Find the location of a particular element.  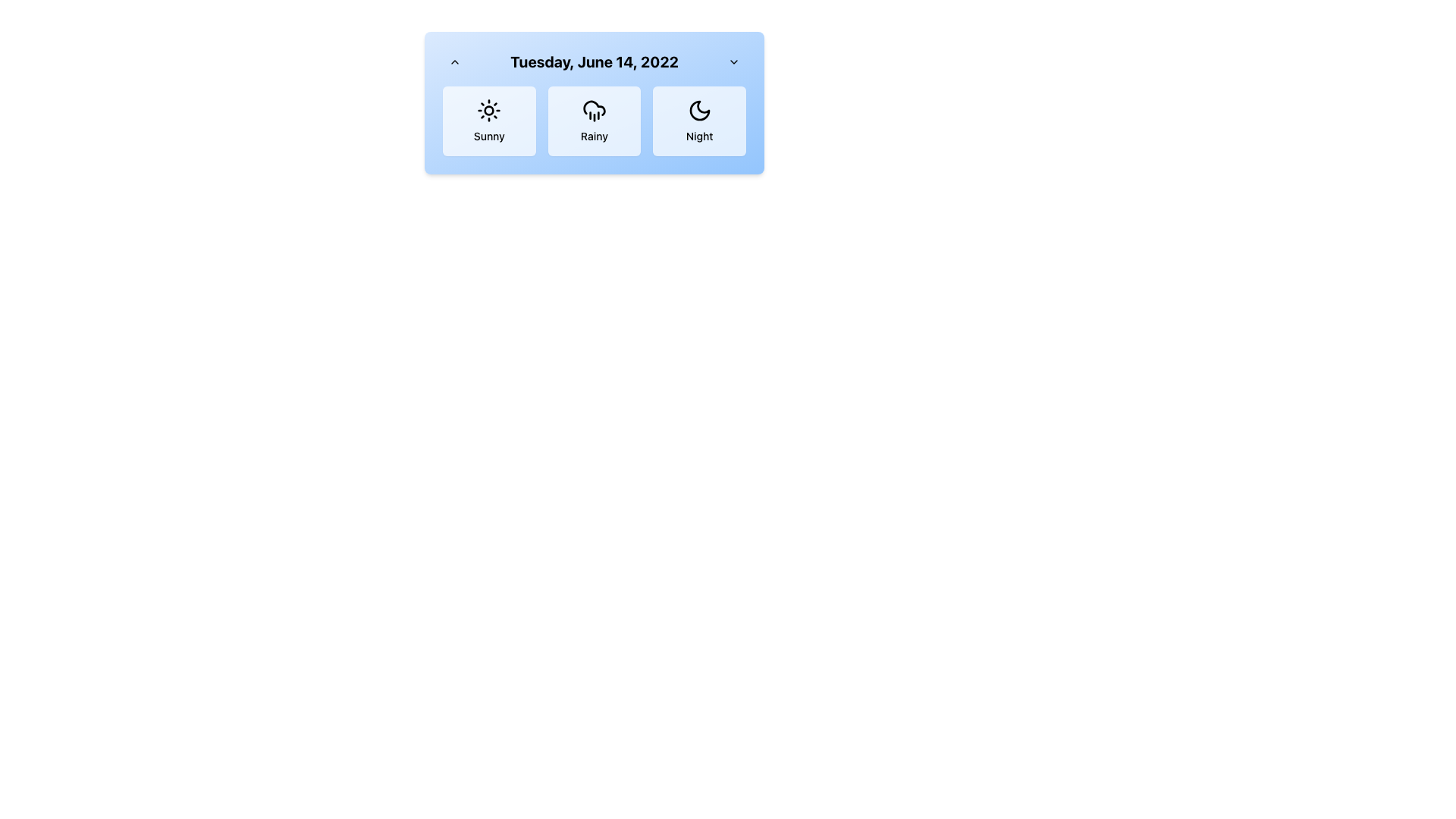

the cloud icon with rain, located under the 'Rainy' label is located at coordinates (593, 107).